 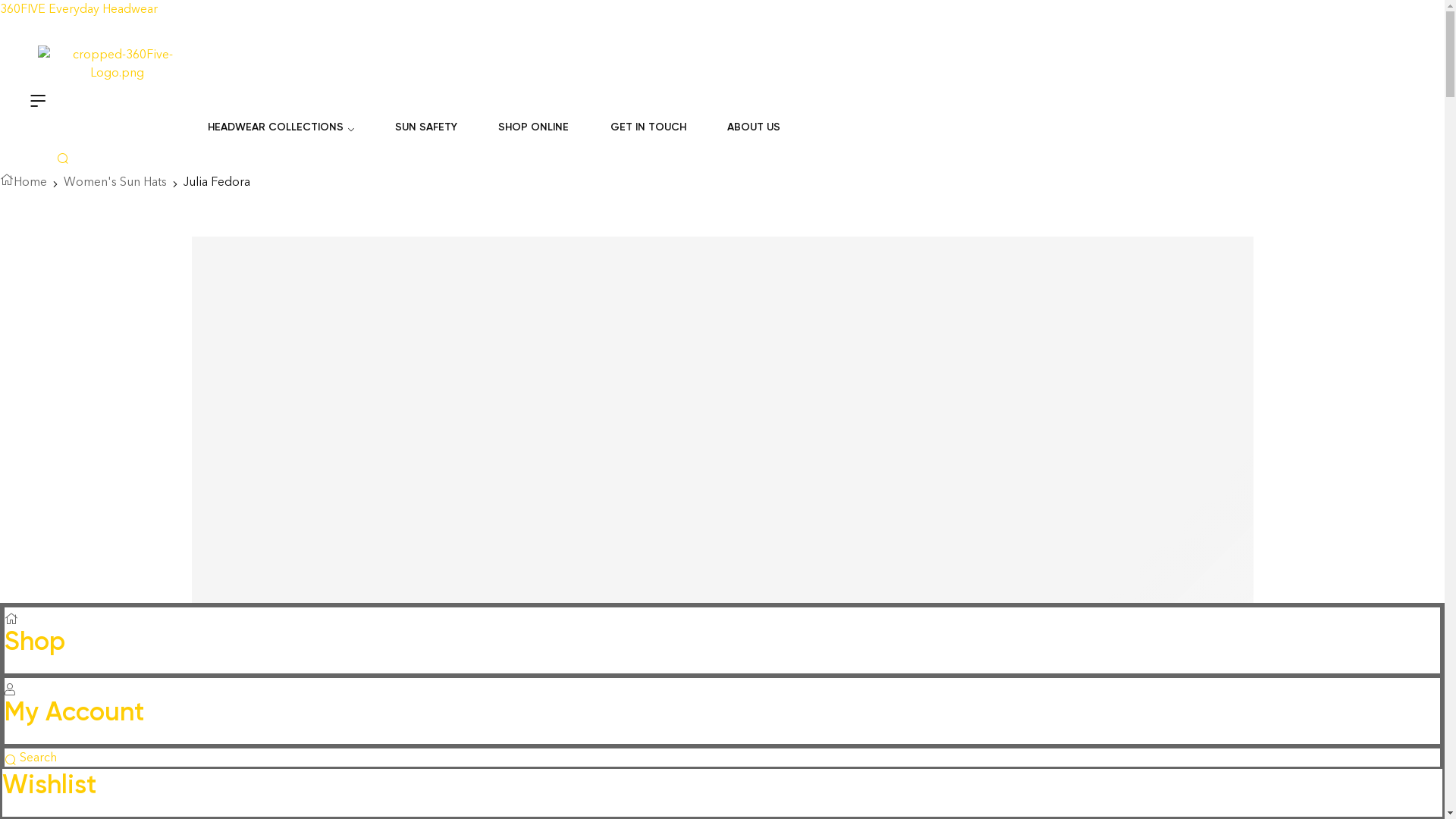 I want to click on '360FIVE Everyday Headwear', so click(x=78, y=8).